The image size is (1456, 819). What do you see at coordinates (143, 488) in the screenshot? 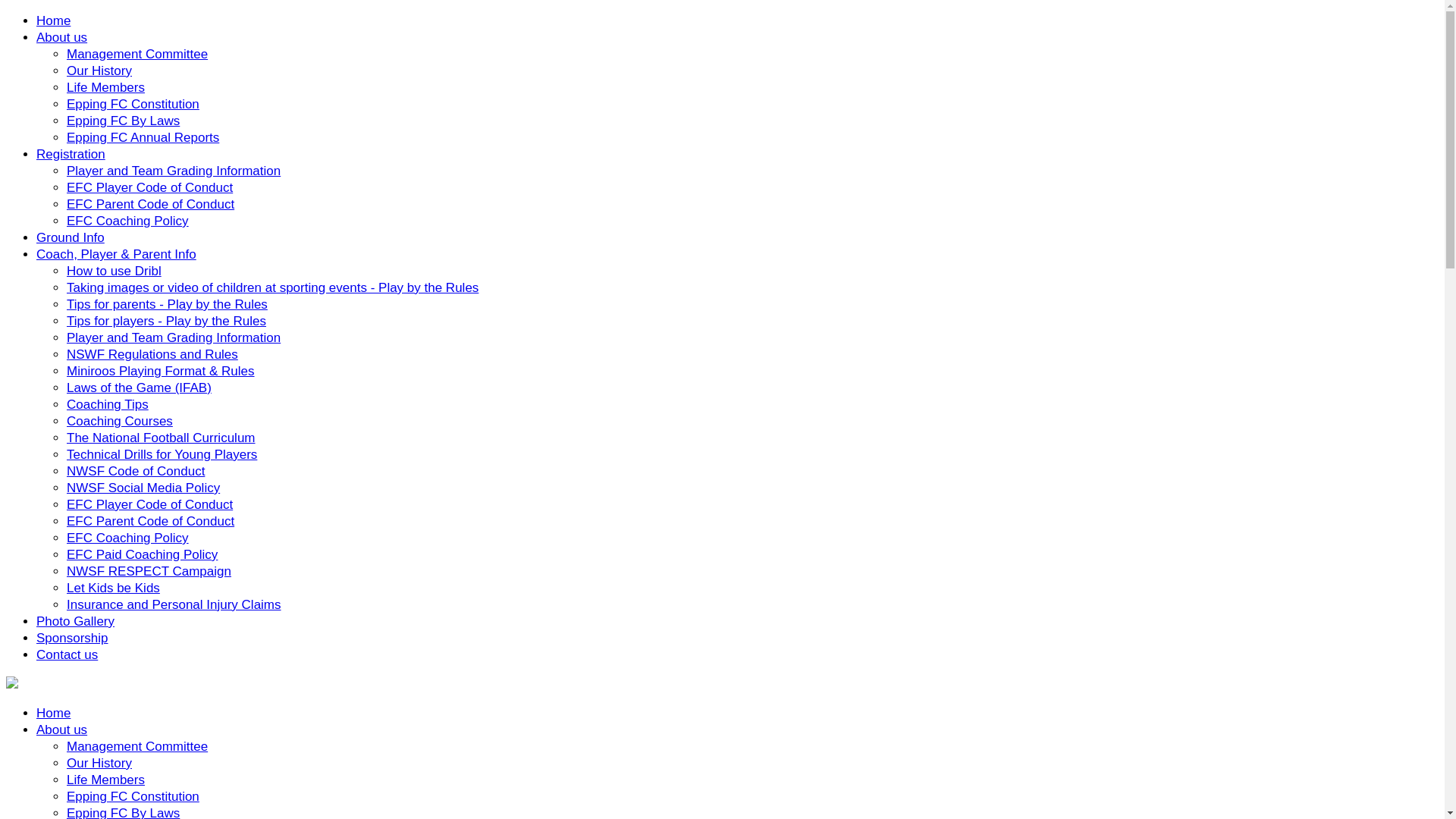
I see `'NWSF Social Media Policy'` at bounding box center [143, 488].